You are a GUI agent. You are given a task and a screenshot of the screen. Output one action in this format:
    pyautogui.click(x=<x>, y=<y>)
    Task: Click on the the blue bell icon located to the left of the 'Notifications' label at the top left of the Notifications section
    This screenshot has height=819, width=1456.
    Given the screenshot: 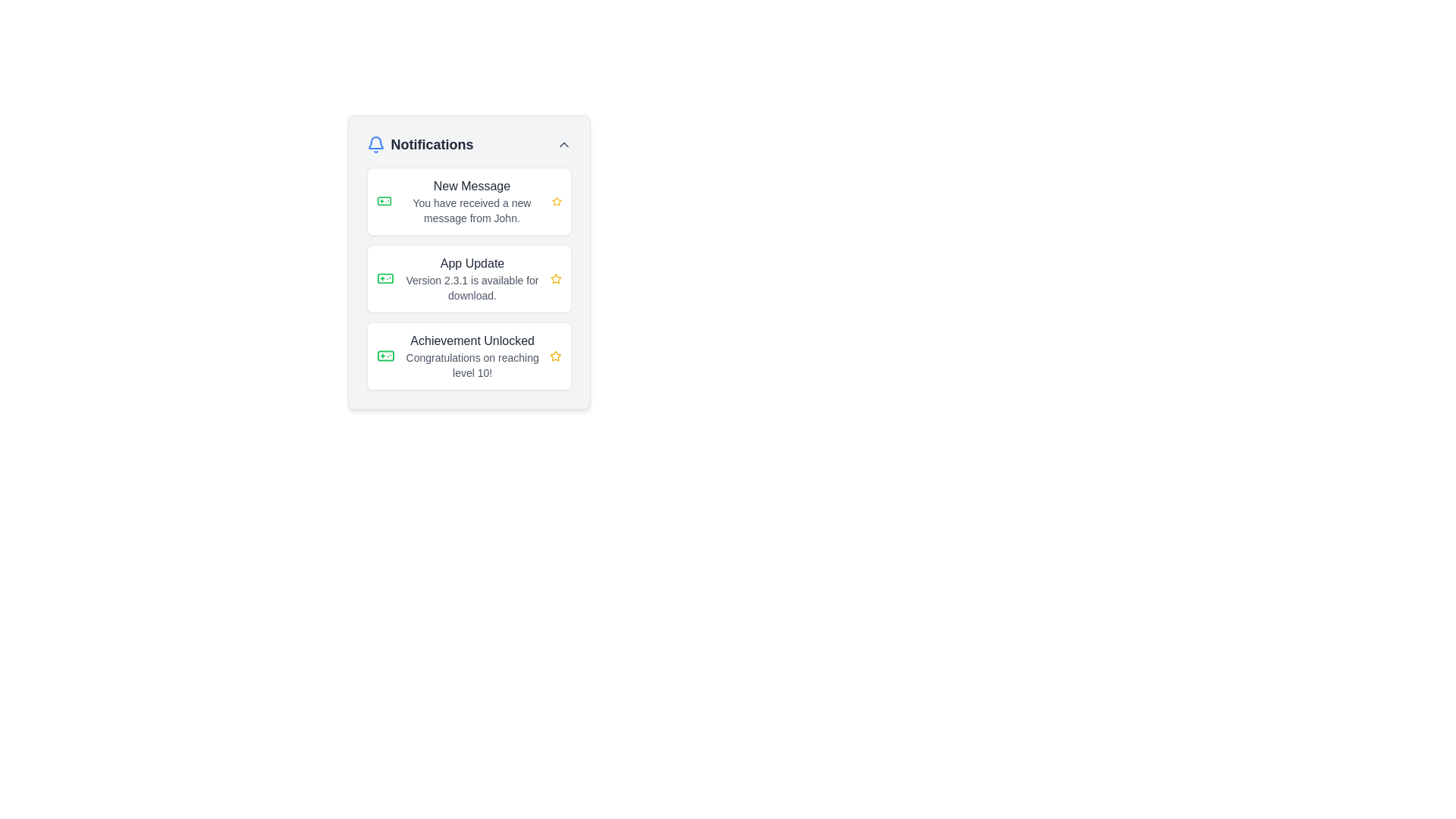 What is the action you would take?
    pyautogui.click(x=375, y=145)
    